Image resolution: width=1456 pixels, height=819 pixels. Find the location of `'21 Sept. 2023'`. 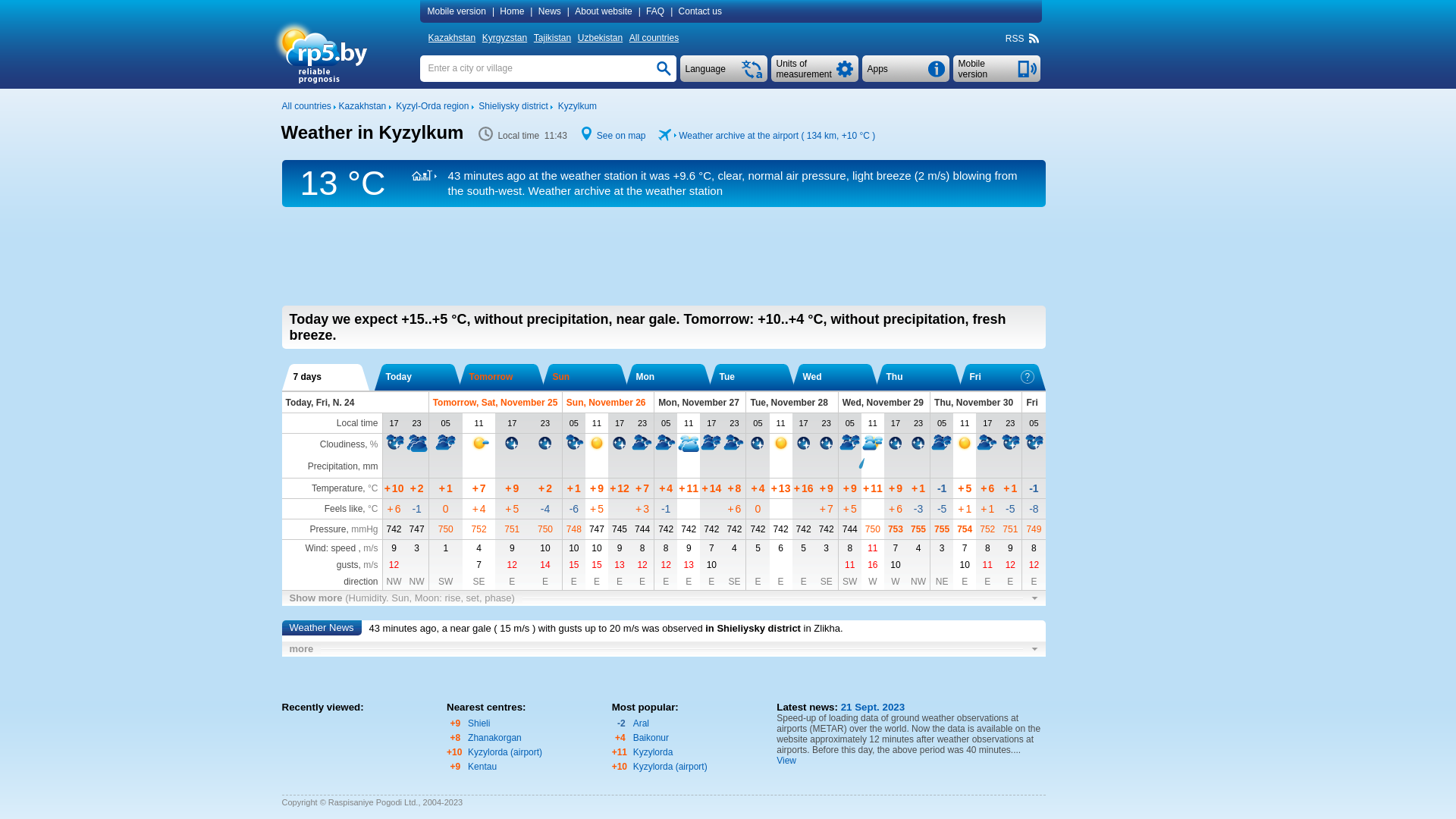

'21 Sept. 2023' is located at coordinates (871, 707).